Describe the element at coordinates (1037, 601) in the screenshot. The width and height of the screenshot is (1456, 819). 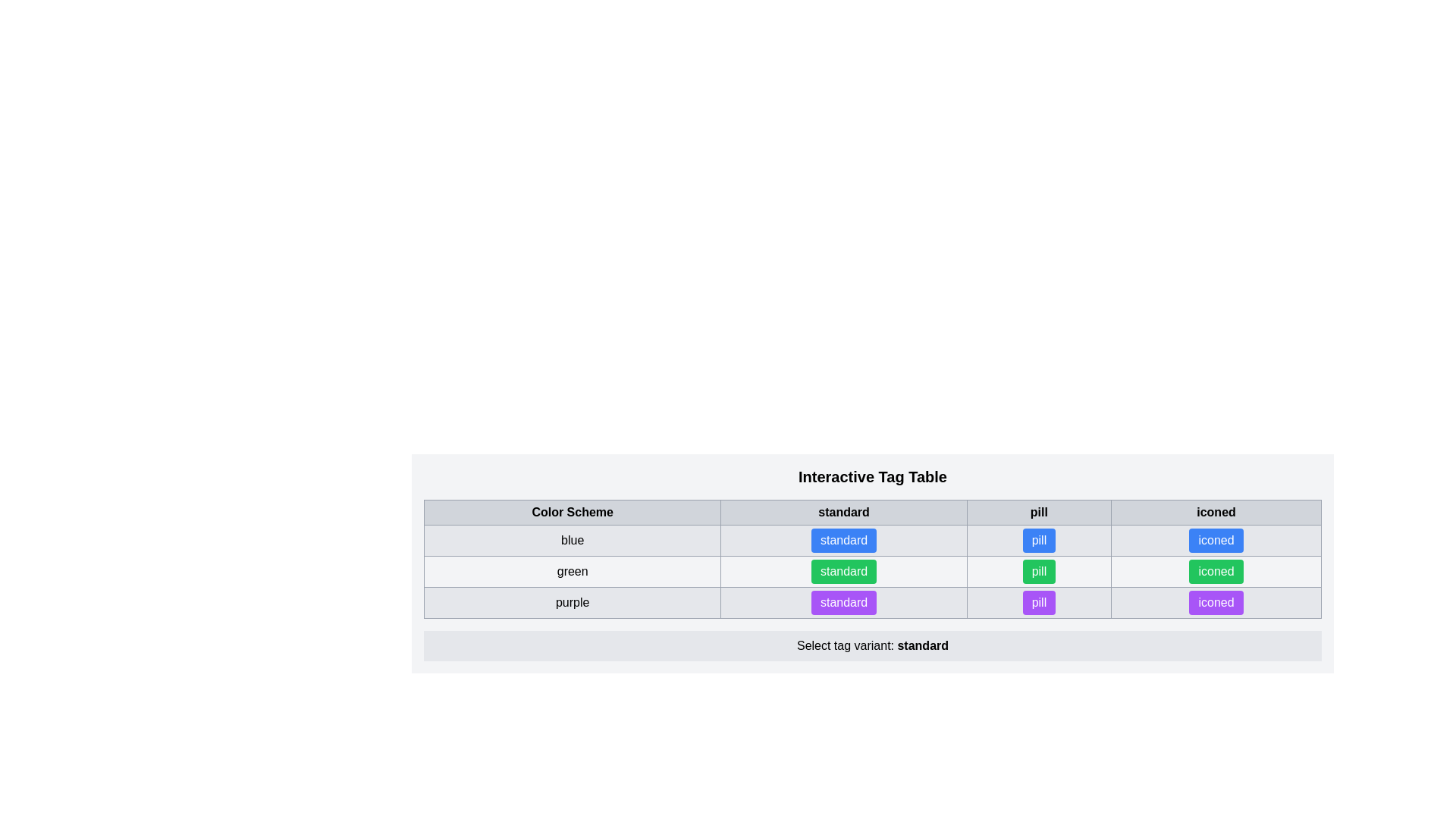
I see `the interactive 'pill' button in the bottom-right cell of the table row, which is part of the 'purple' color scheme` at that location.